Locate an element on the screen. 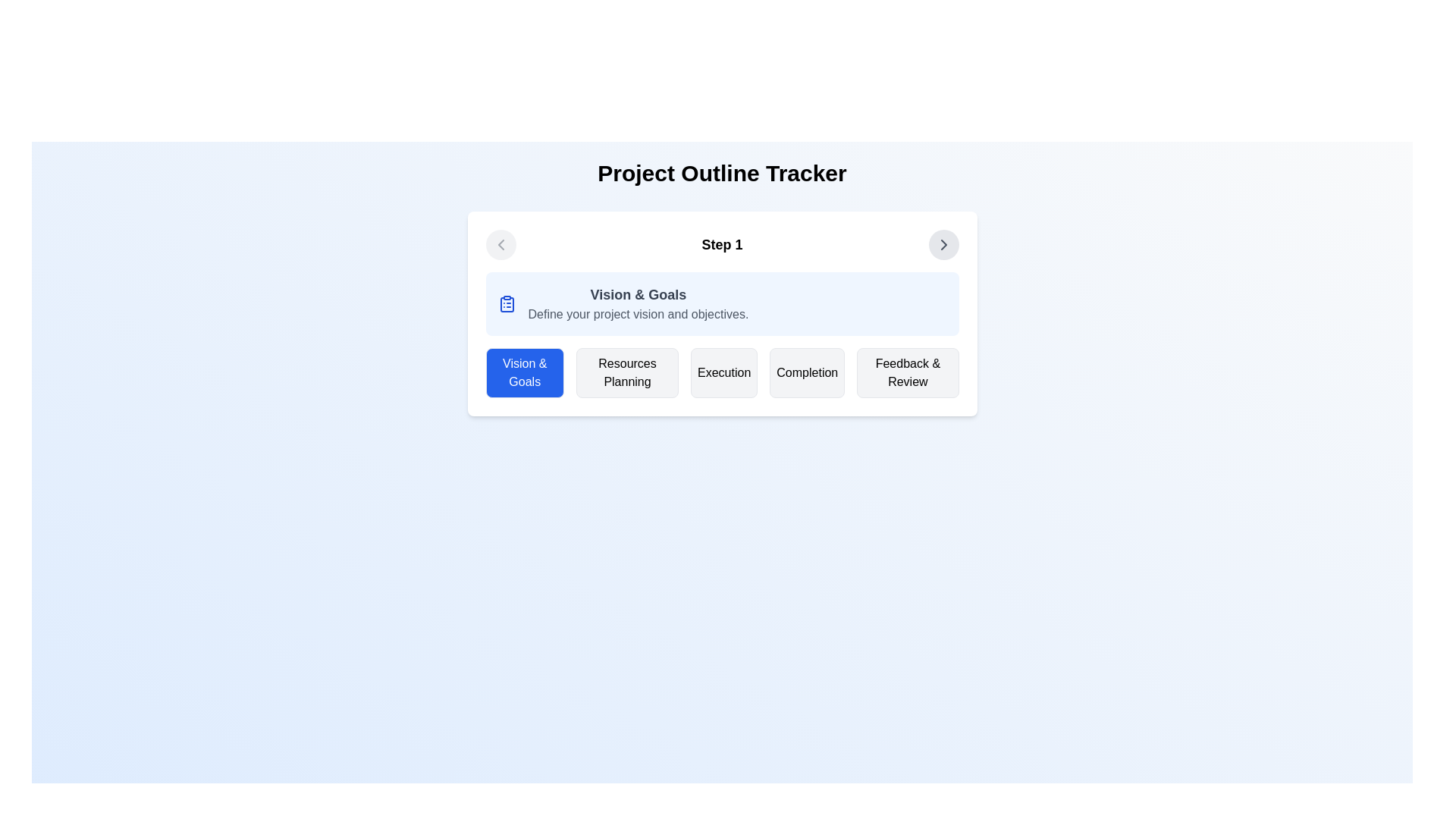  the text block displaying 'Vision & Goals' which includes a description 'Define your project vision and objectives' is located at coordinates (638, 304).